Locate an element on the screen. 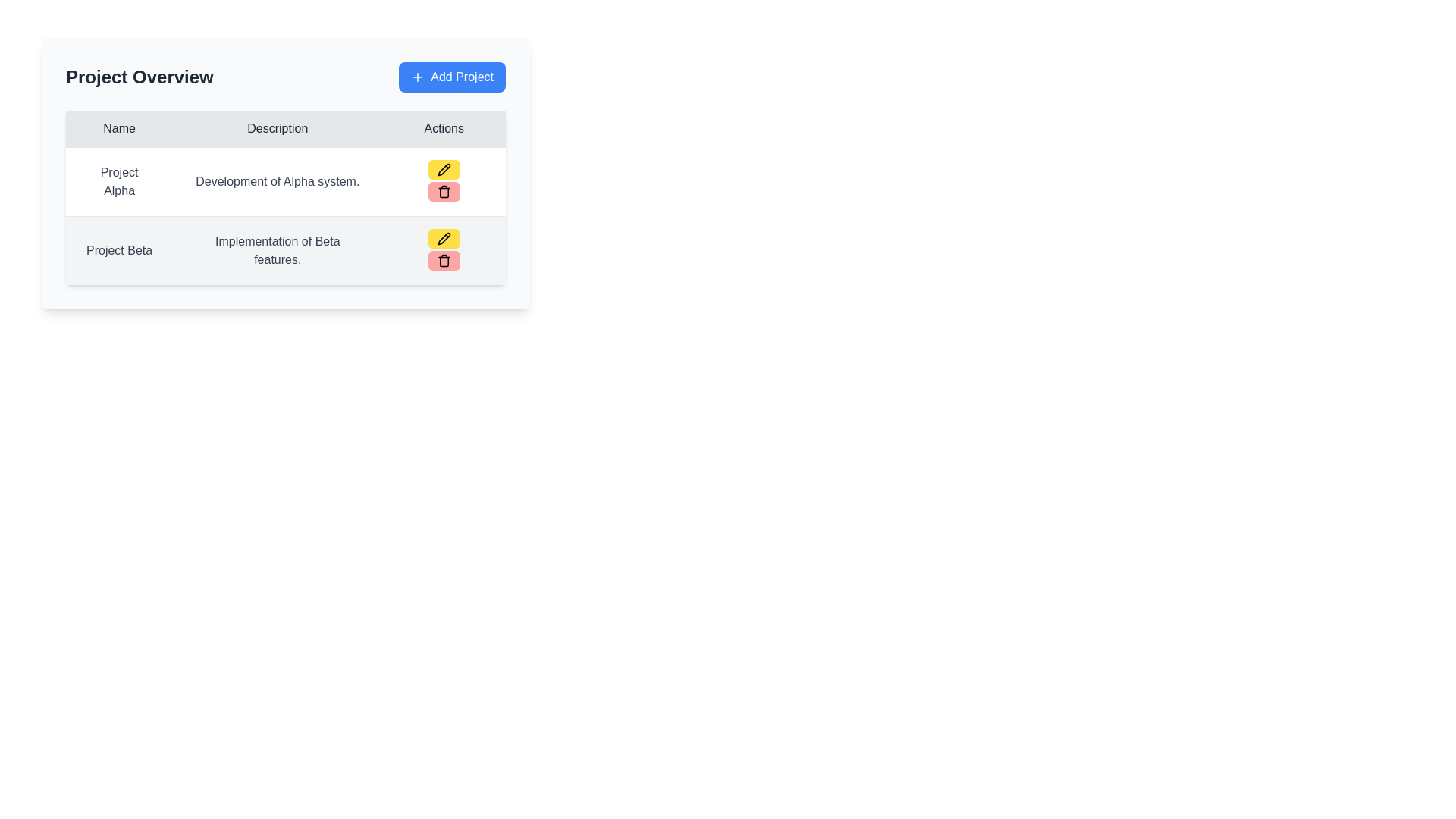  the static text element displaying 'Development of Alpha system,' located in the 'Description' column of the first data row in the table is located at coordinates (286, 172).